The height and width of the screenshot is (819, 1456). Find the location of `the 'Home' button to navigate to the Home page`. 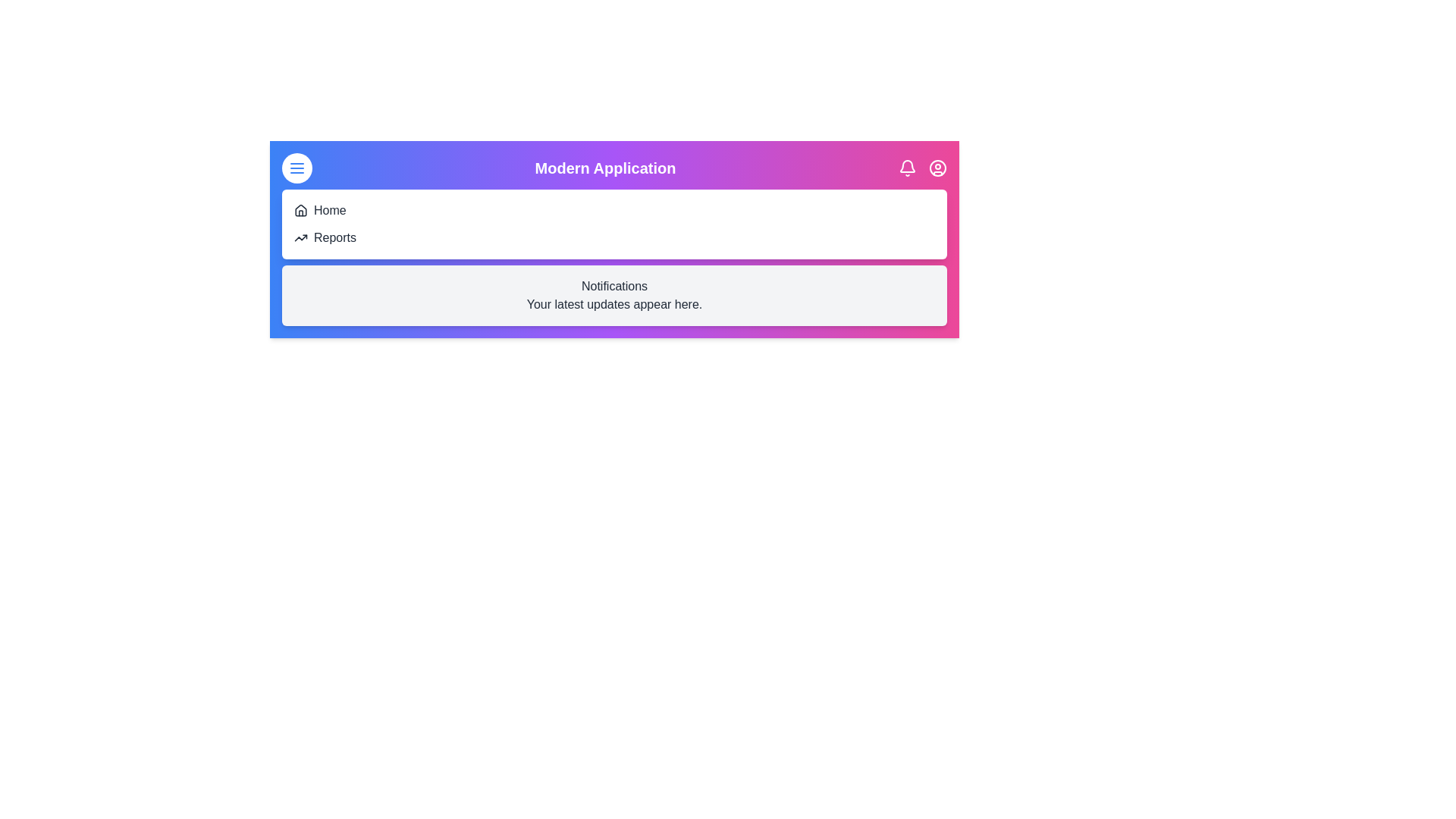

the 'Home' button to navigate to the Home page is located at coordinates (329, 210).